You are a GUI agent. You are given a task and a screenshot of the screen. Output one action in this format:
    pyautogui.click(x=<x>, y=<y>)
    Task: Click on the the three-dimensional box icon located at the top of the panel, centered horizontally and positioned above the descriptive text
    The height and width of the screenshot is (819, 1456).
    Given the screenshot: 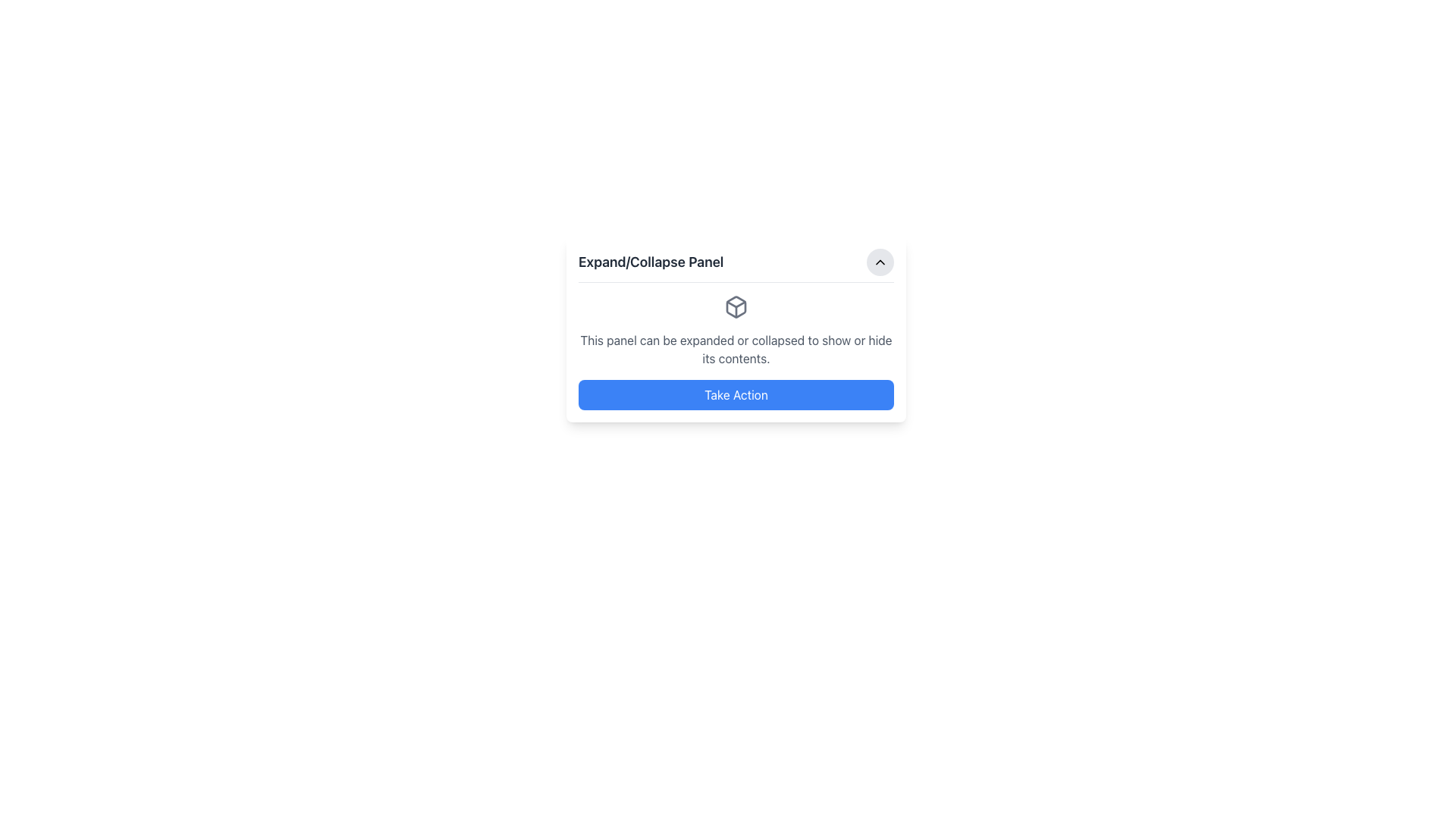 What is the action you would take?
    pyautogui.click(x=736, y=307)
    